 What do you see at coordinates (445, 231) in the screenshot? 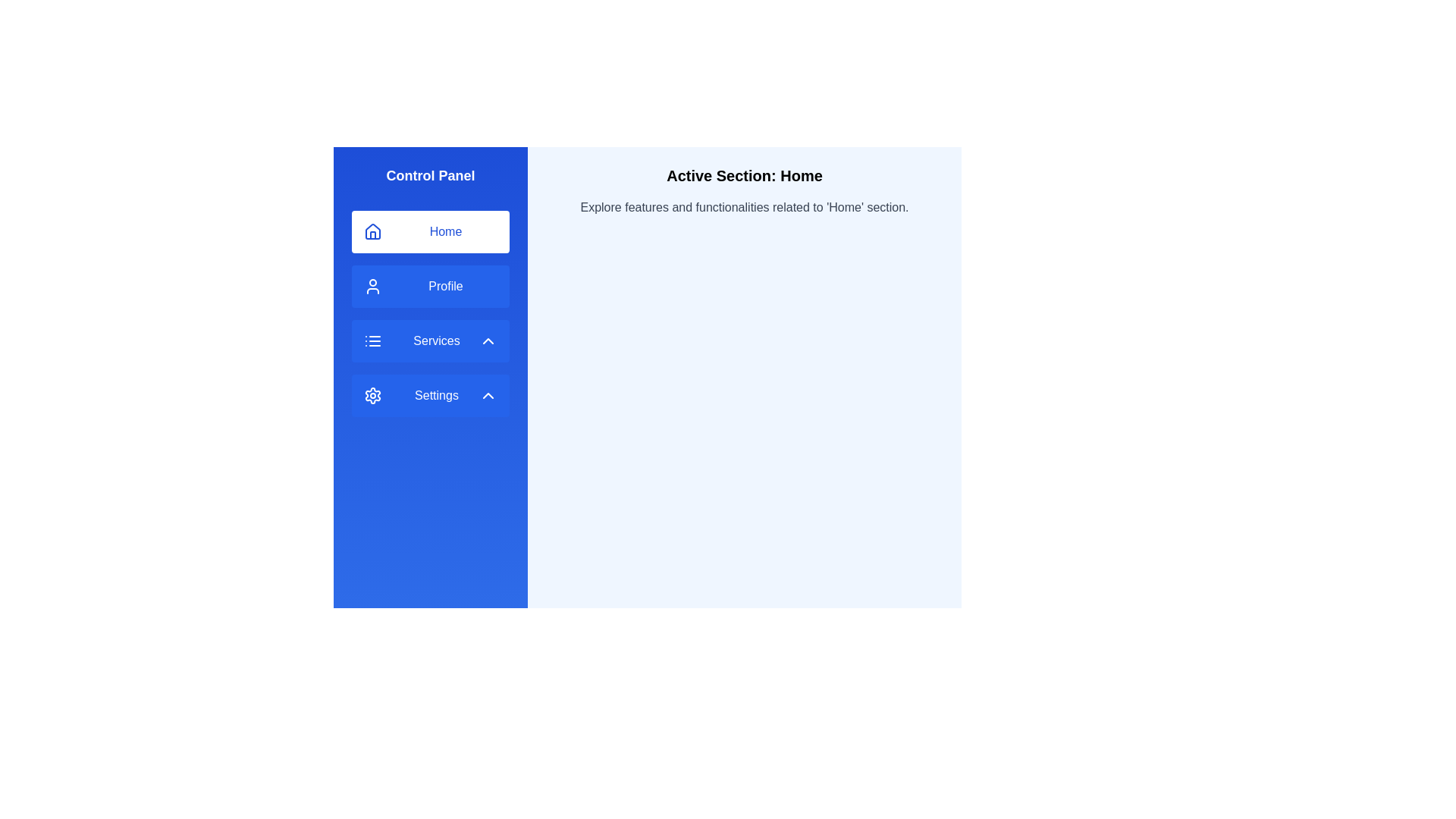
I see `the 'Home' text label, which is styled in blue and positioned next to the house icon in the vertical navigation bar on the left side of the interface` at bounding box center [445, 231].